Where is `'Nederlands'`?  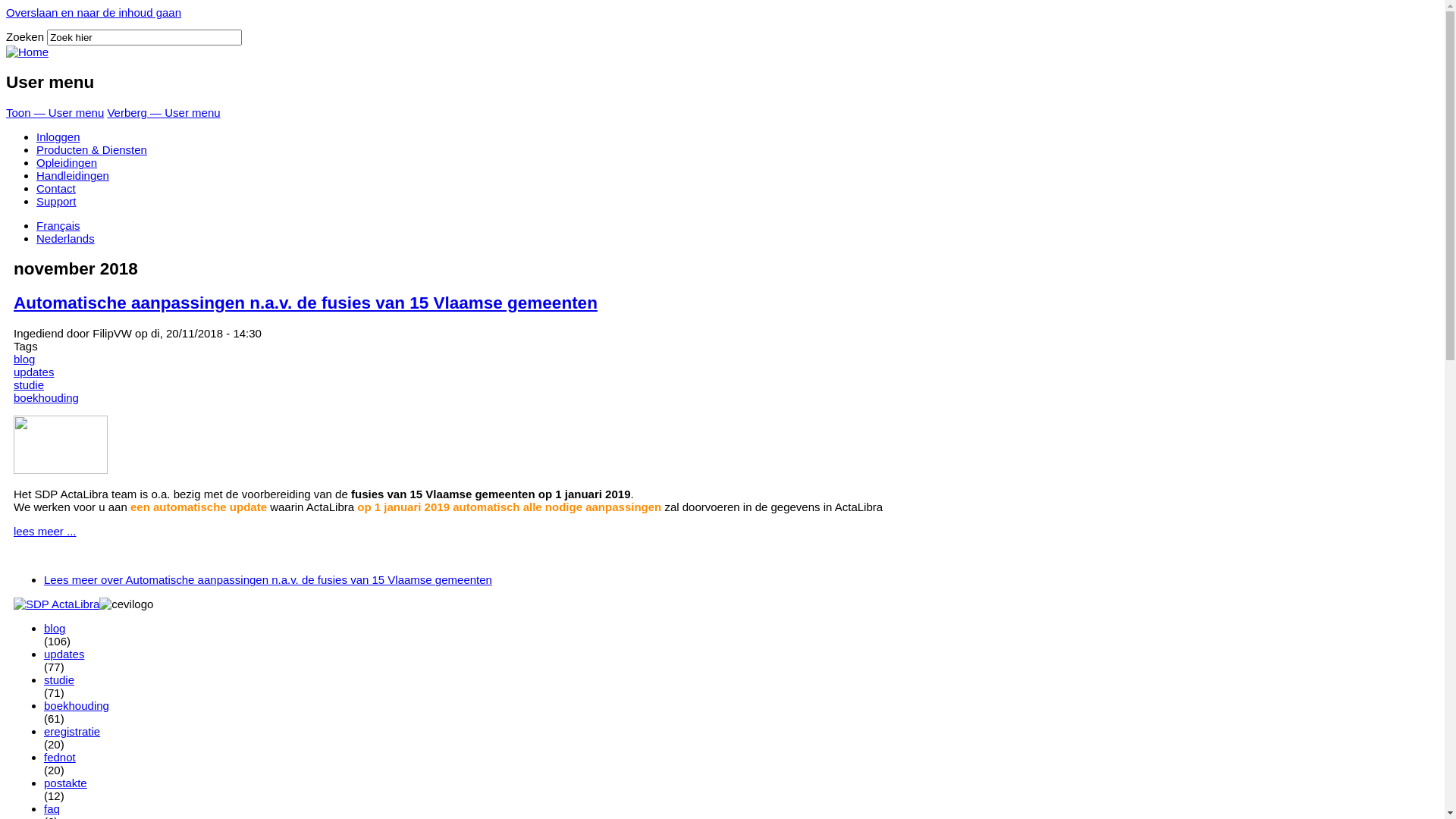
'Nederlands' is located at coordinates (64, 238).